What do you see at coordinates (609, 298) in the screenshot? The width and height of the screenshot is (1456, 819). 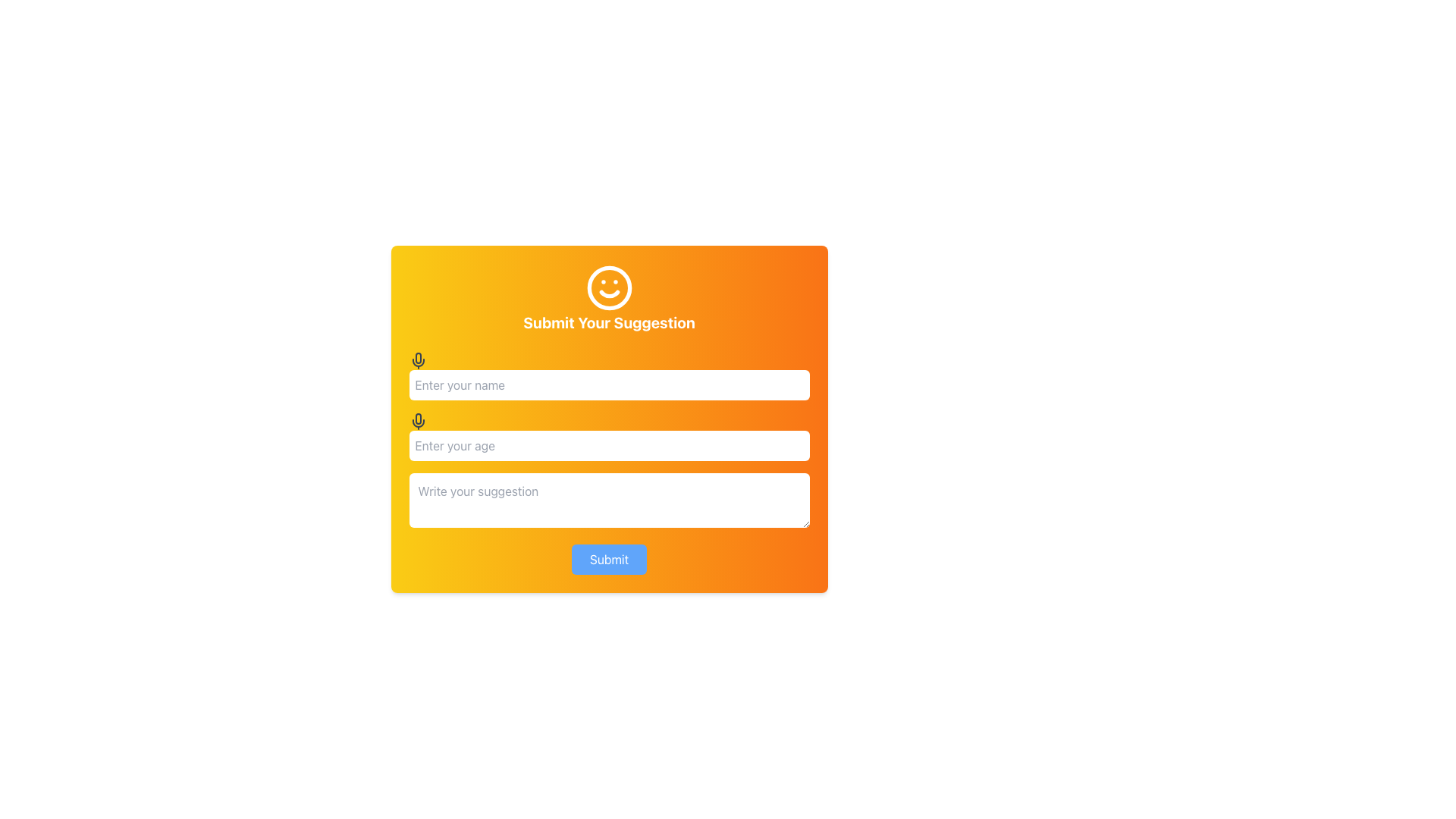 I see `the Text Heading with Icon located at the top center of the form module, which serves as a heading for soliciting user suggestions` at bounding box center [609, 298].